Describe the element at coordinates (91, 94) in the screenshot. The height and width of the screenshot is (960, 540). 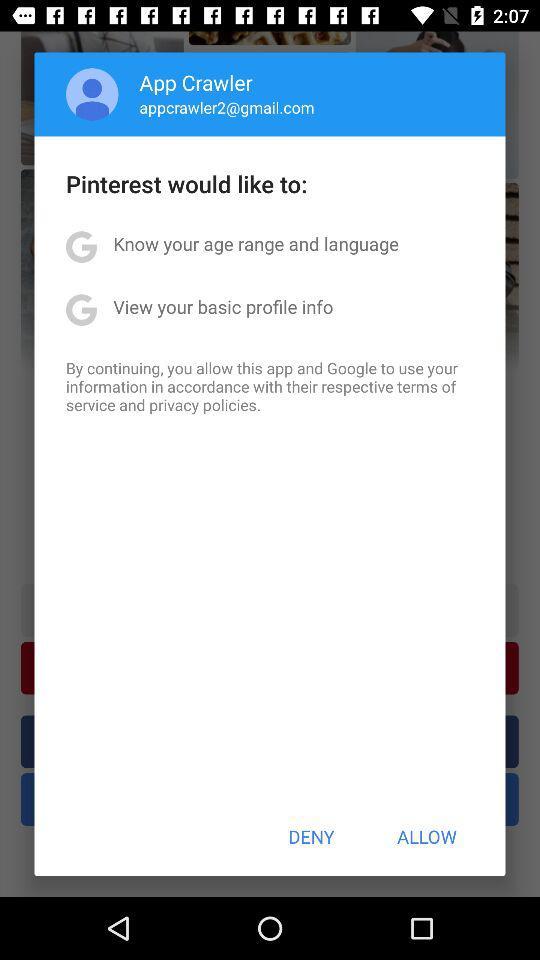
I see `app above pinterest would like item` at that location.